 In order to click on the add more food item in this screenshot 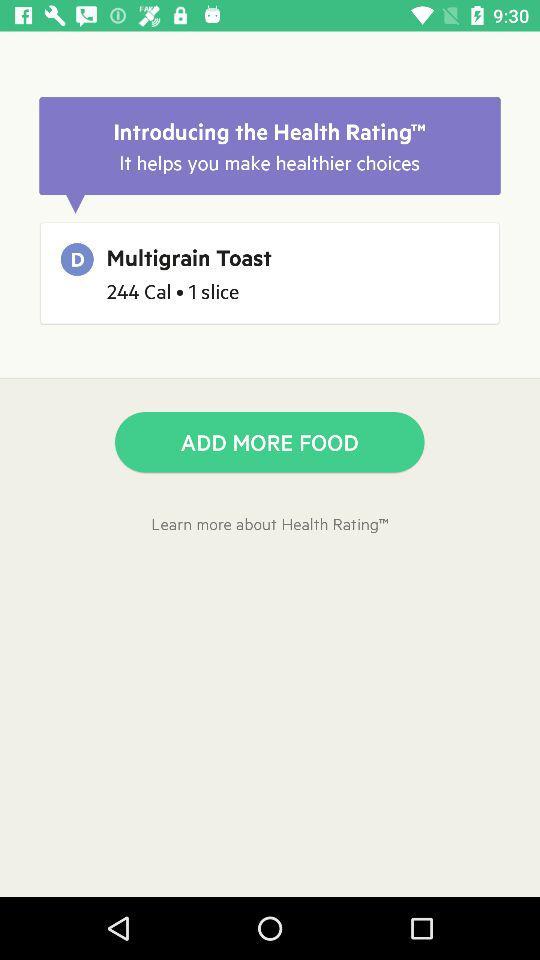, I will do `click(269, 442)`.